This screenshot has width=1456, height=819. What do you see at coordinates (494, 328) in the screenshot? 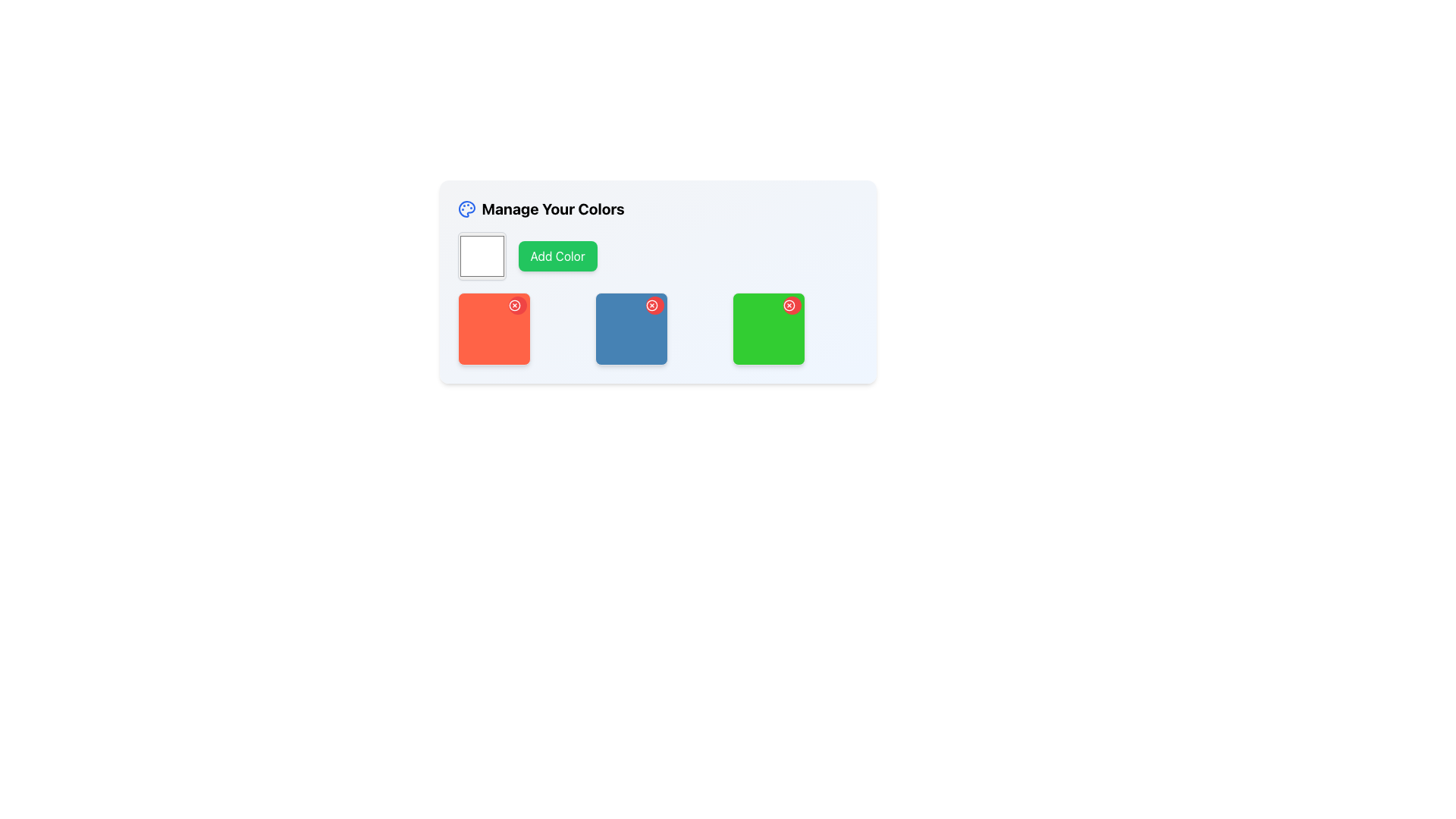
I see `the first colored square in the Manage Your Colors interface, which has an interactive delete button, from its current position` at bounding box center [494, 328].